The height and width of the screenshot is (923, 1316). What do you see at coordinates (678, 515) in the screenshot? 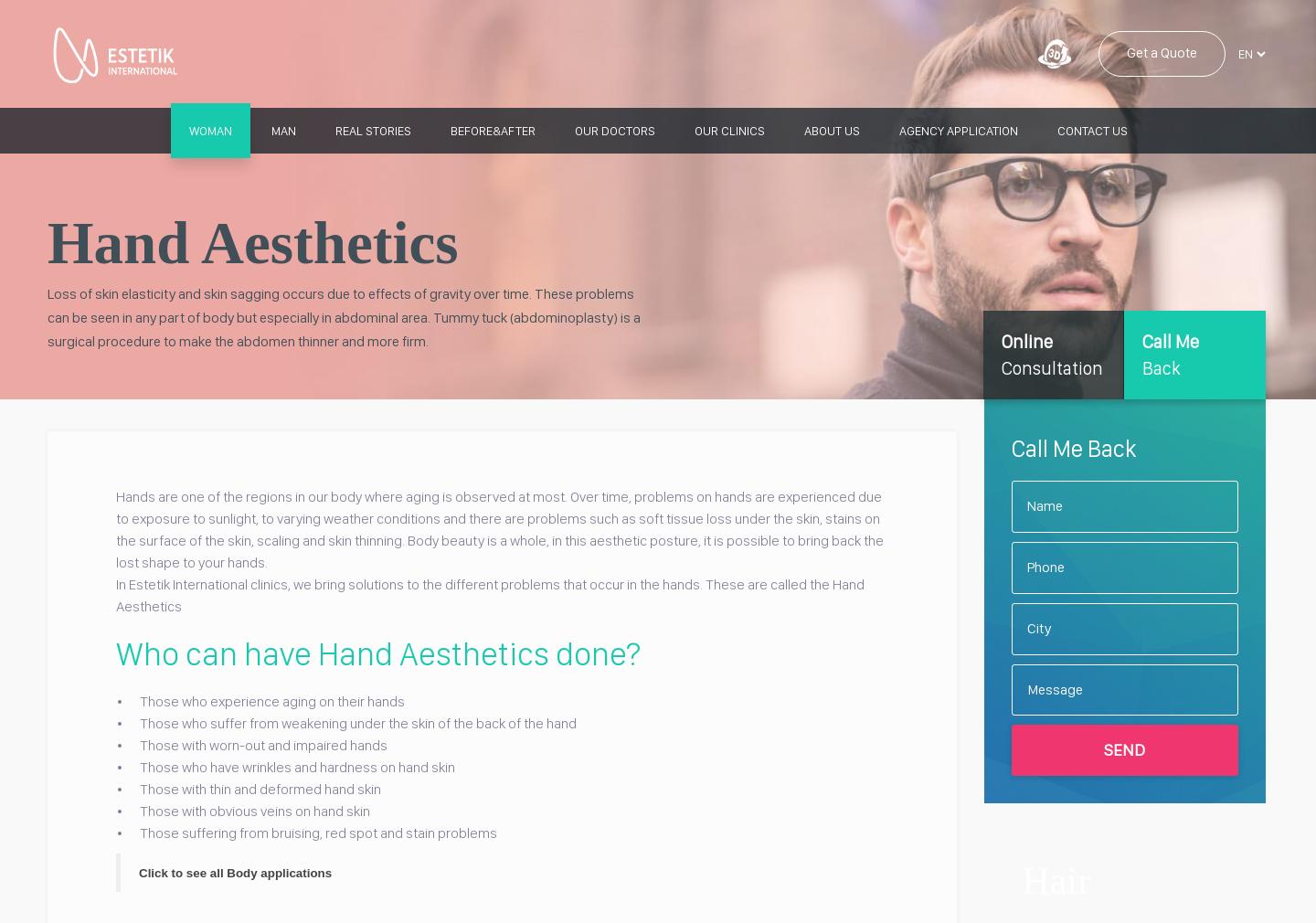
I see `'Penis Thickening'` at bounding box center [678, 515].